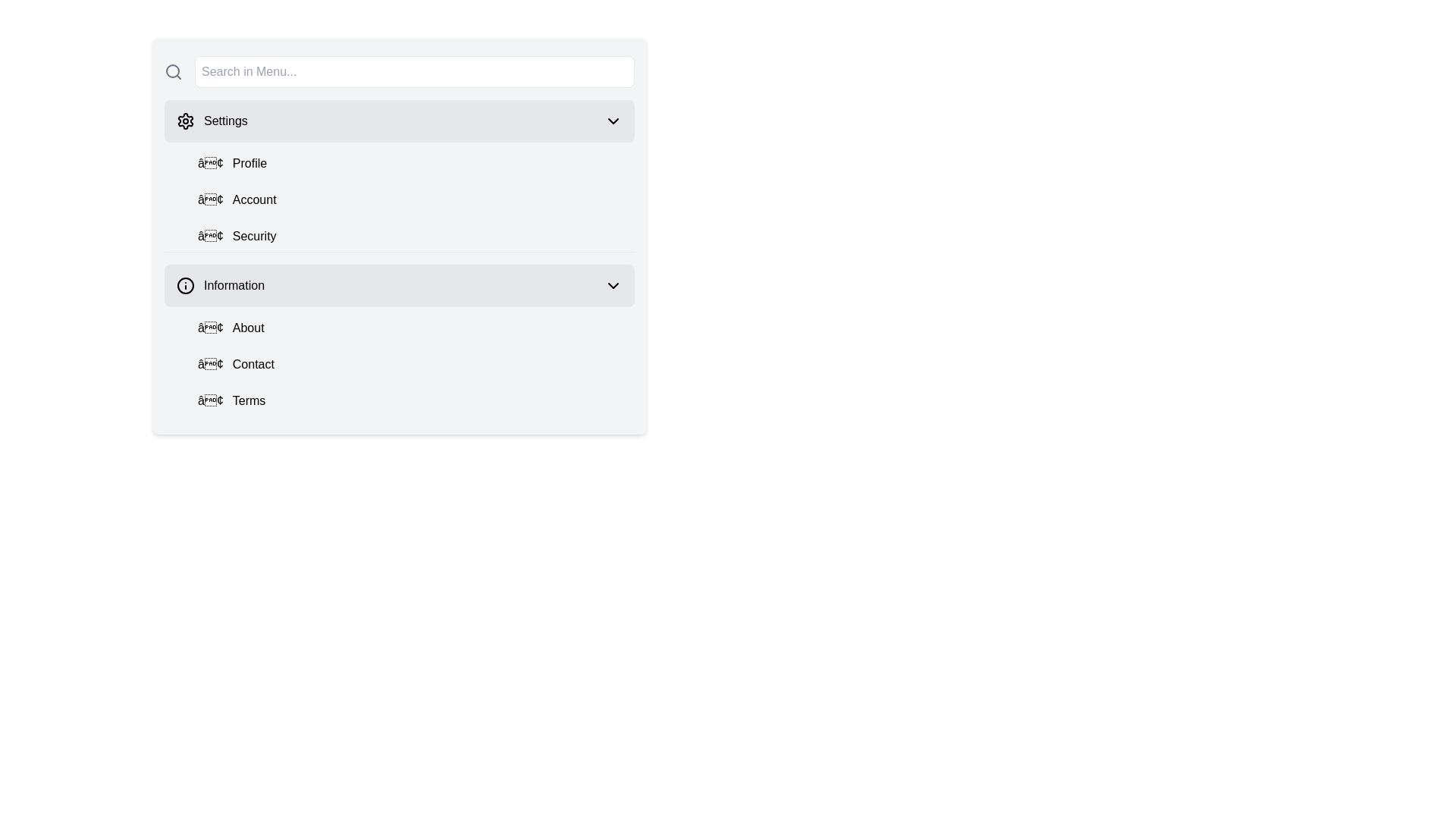 The image size is (1456, 819). Describe the element at coordinates (400, 199) in the screenshot. I see `or copy the text 'Account' by clicking on the second navigation link under the 'Settings' section, which is a button-like element with a bullet symbol and the text 'Account'` at that location.